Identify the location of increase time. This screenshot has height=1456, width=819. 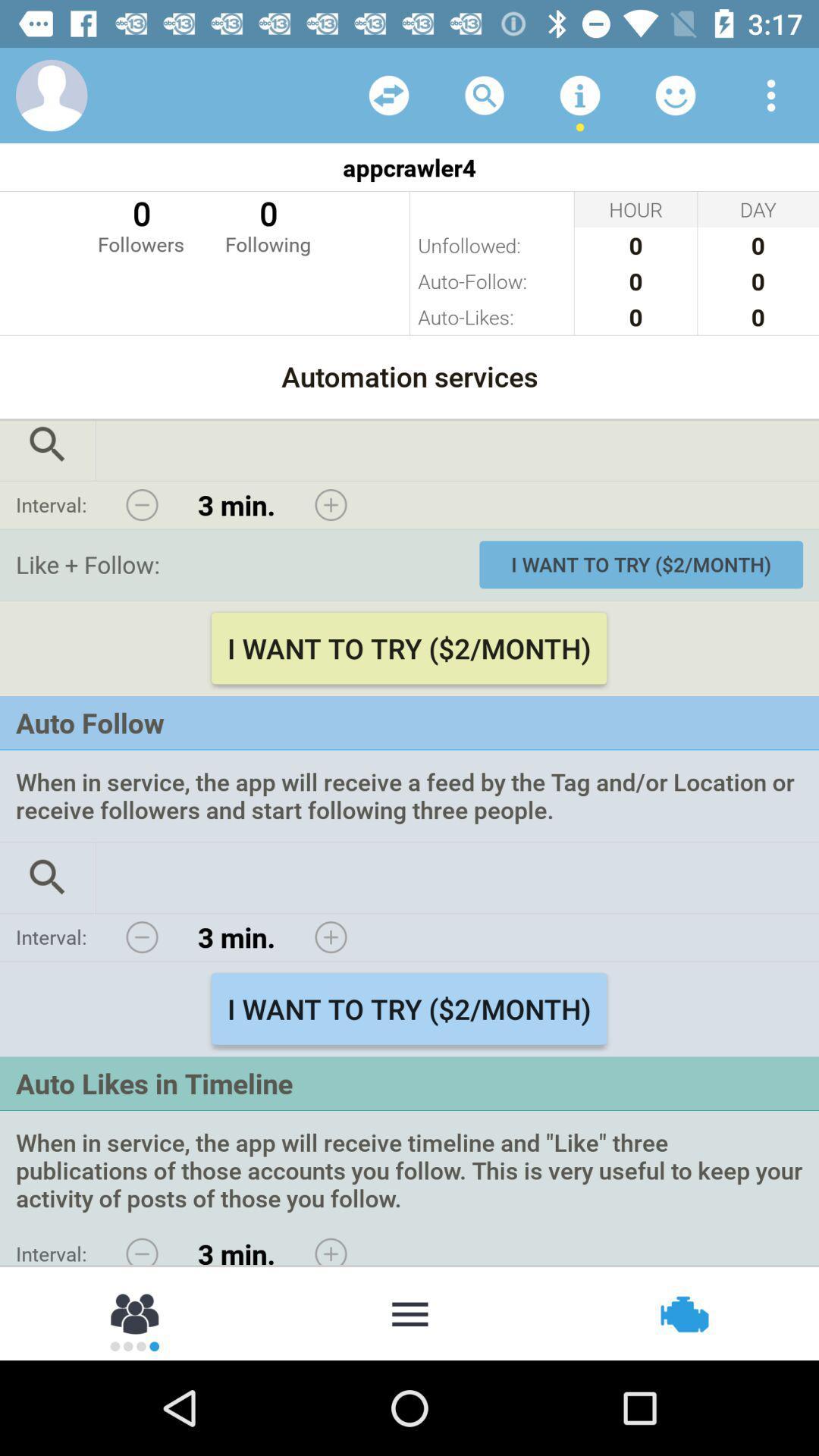
(330, 937).